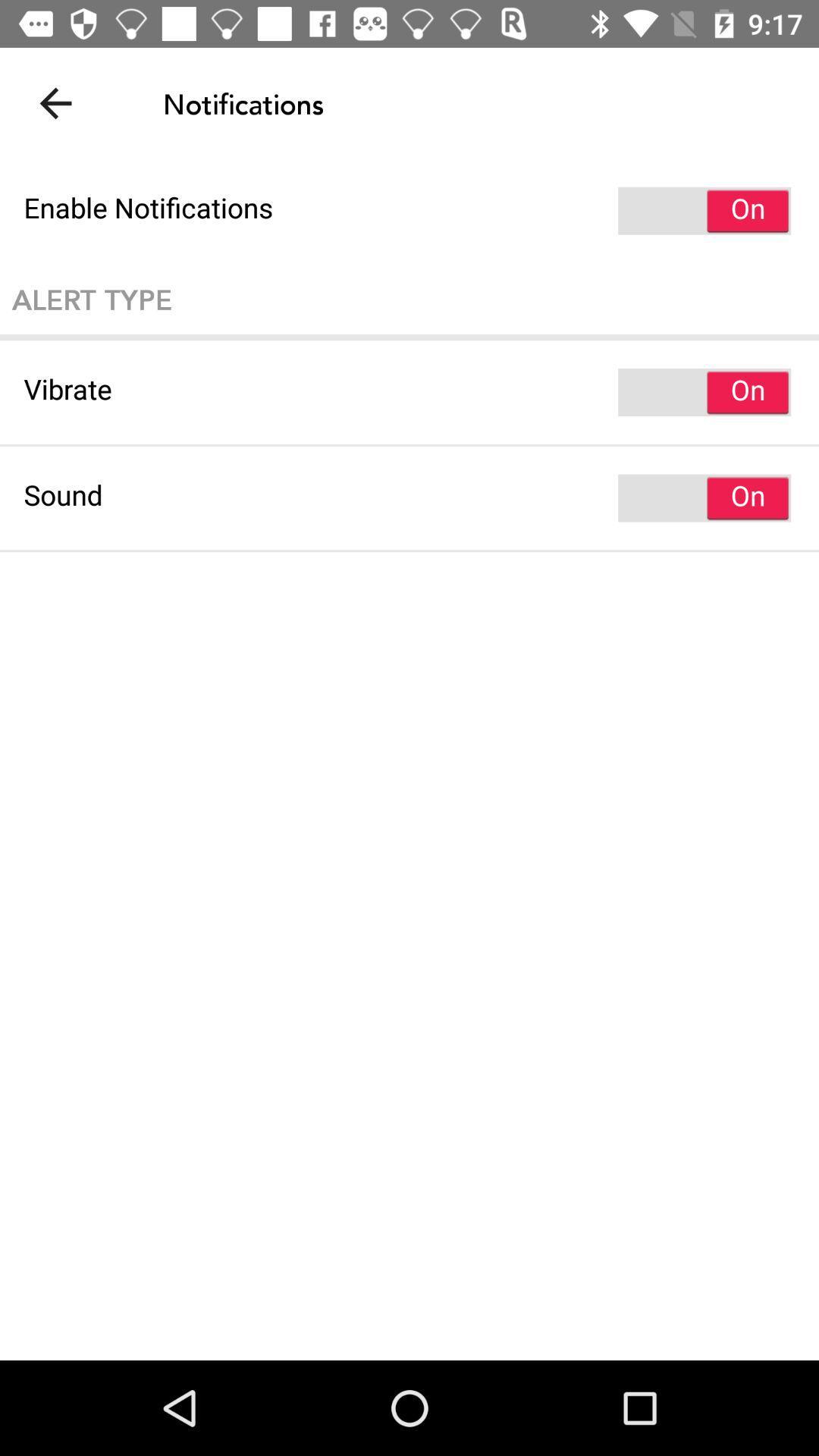 Image resolution: width=819 pixels, height=1456 pixels. Describe the element at coordinates (409, 498) in the screenshot. I see `sound item` at that location.